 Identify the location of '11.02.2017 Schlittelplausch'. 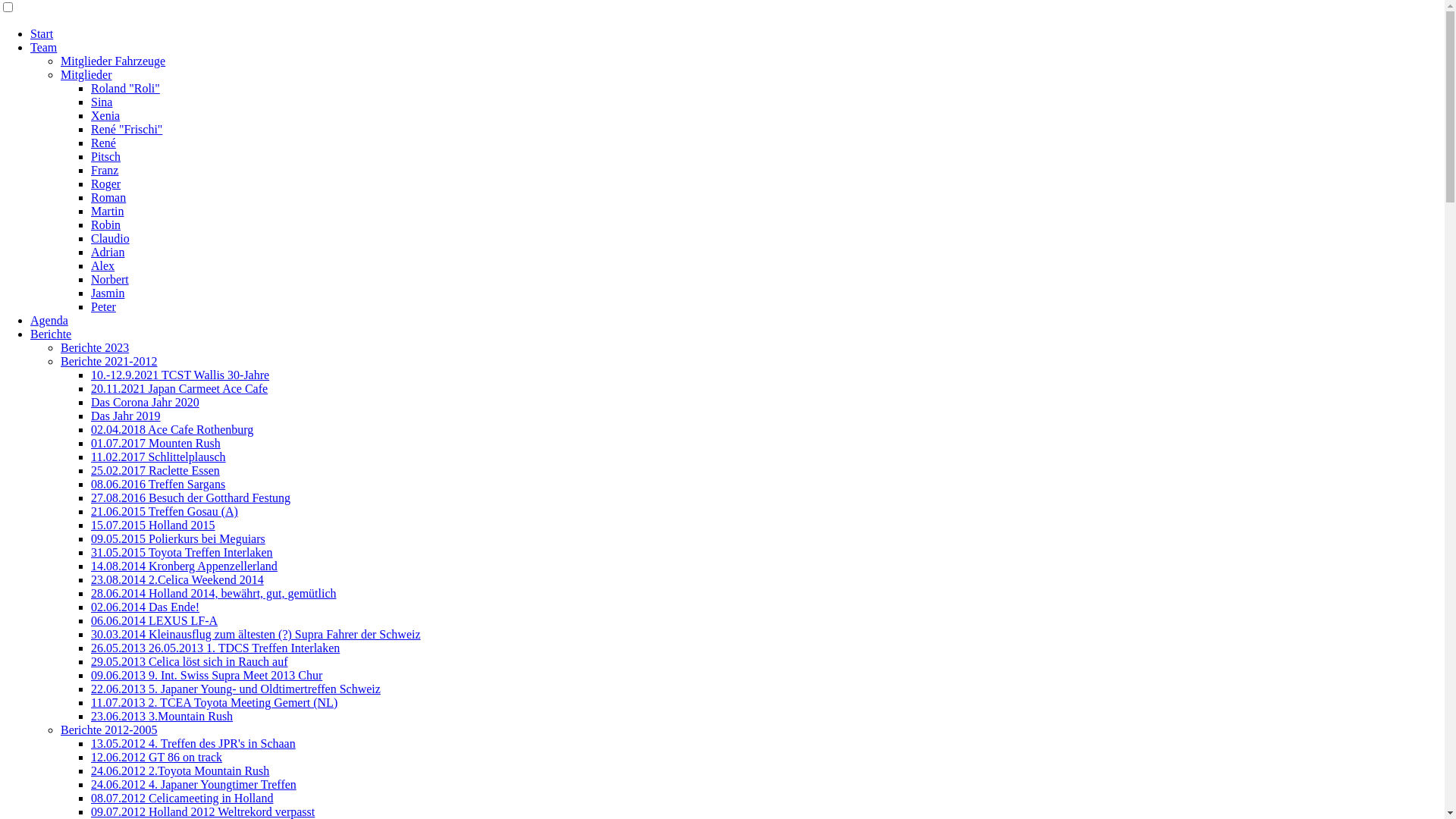
(158, 456).